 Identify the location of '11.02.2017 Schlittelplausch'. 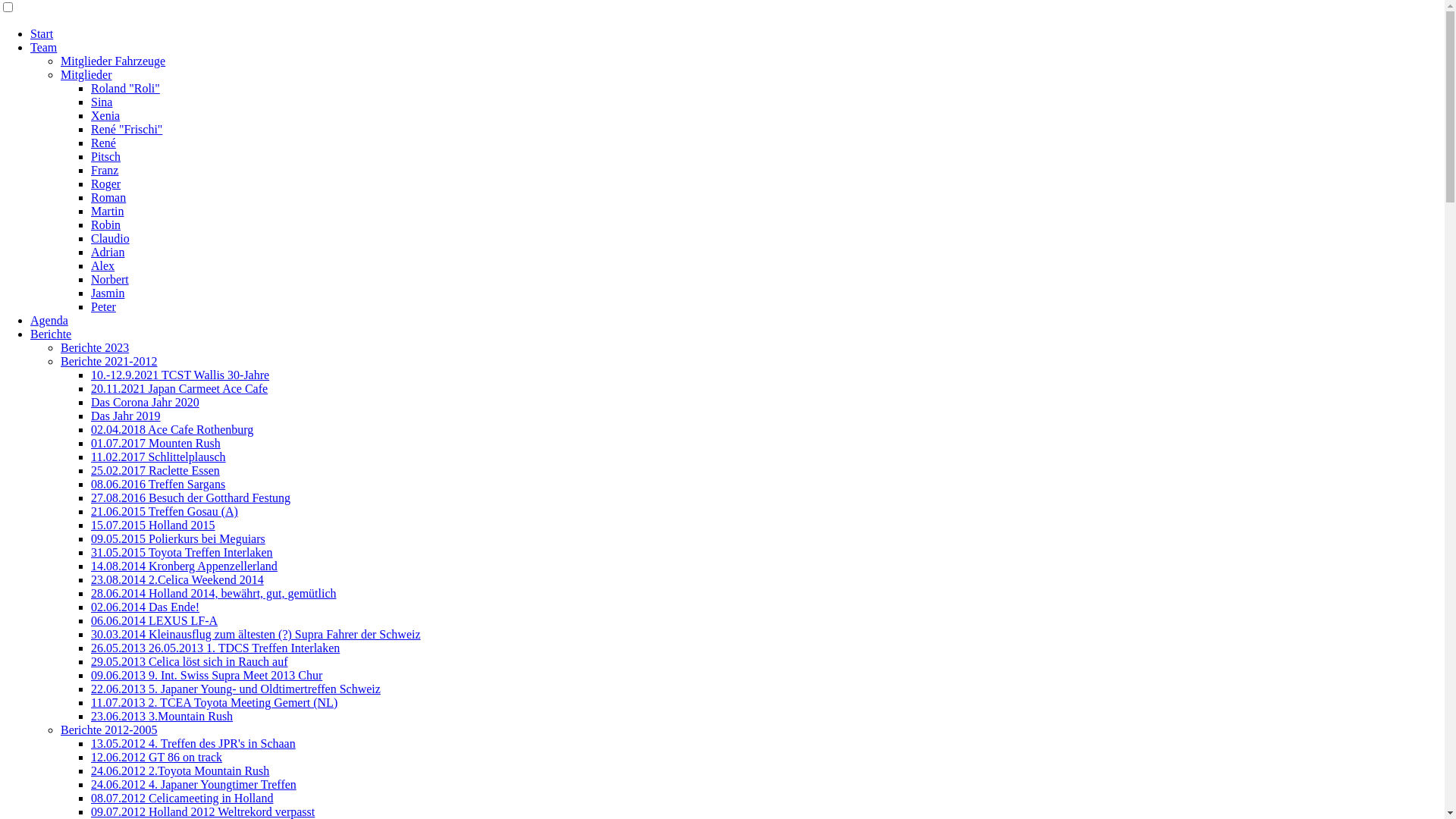
(158, 456).